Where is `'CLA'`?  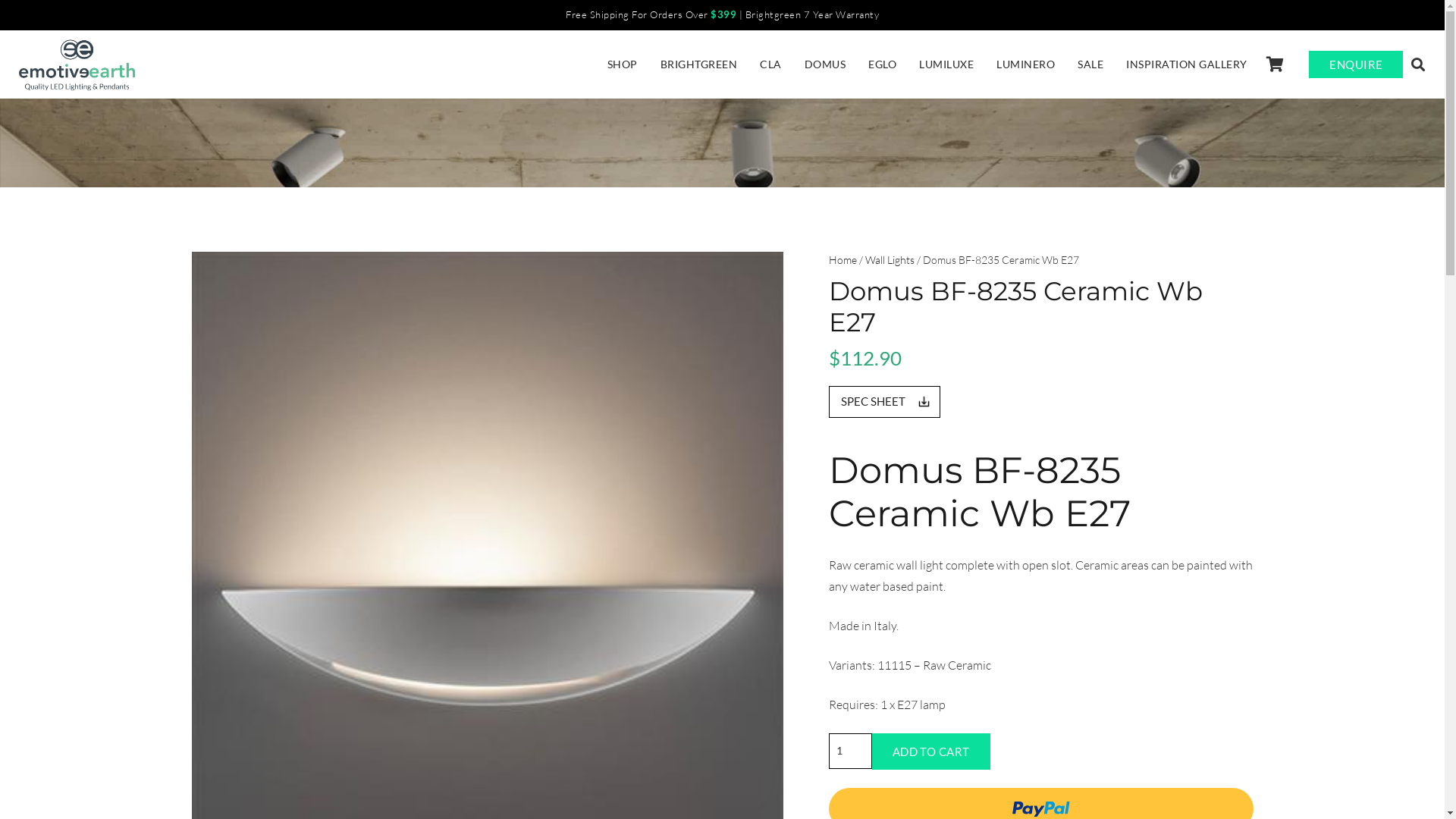
'CLA' is located at coordinates (770, 63).